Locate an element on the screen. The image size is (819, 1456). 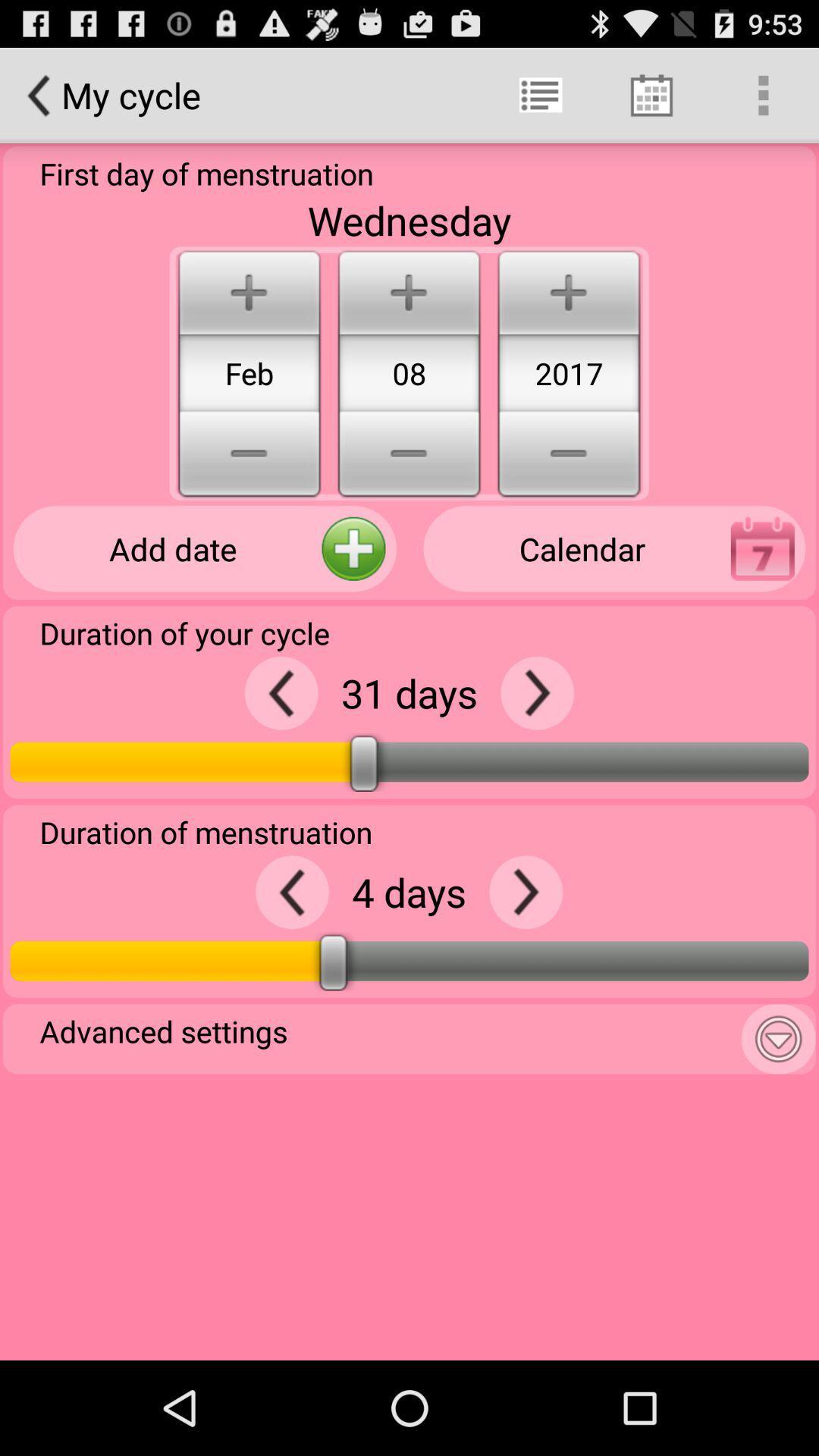
1 day is located at coordinates (536, 692).